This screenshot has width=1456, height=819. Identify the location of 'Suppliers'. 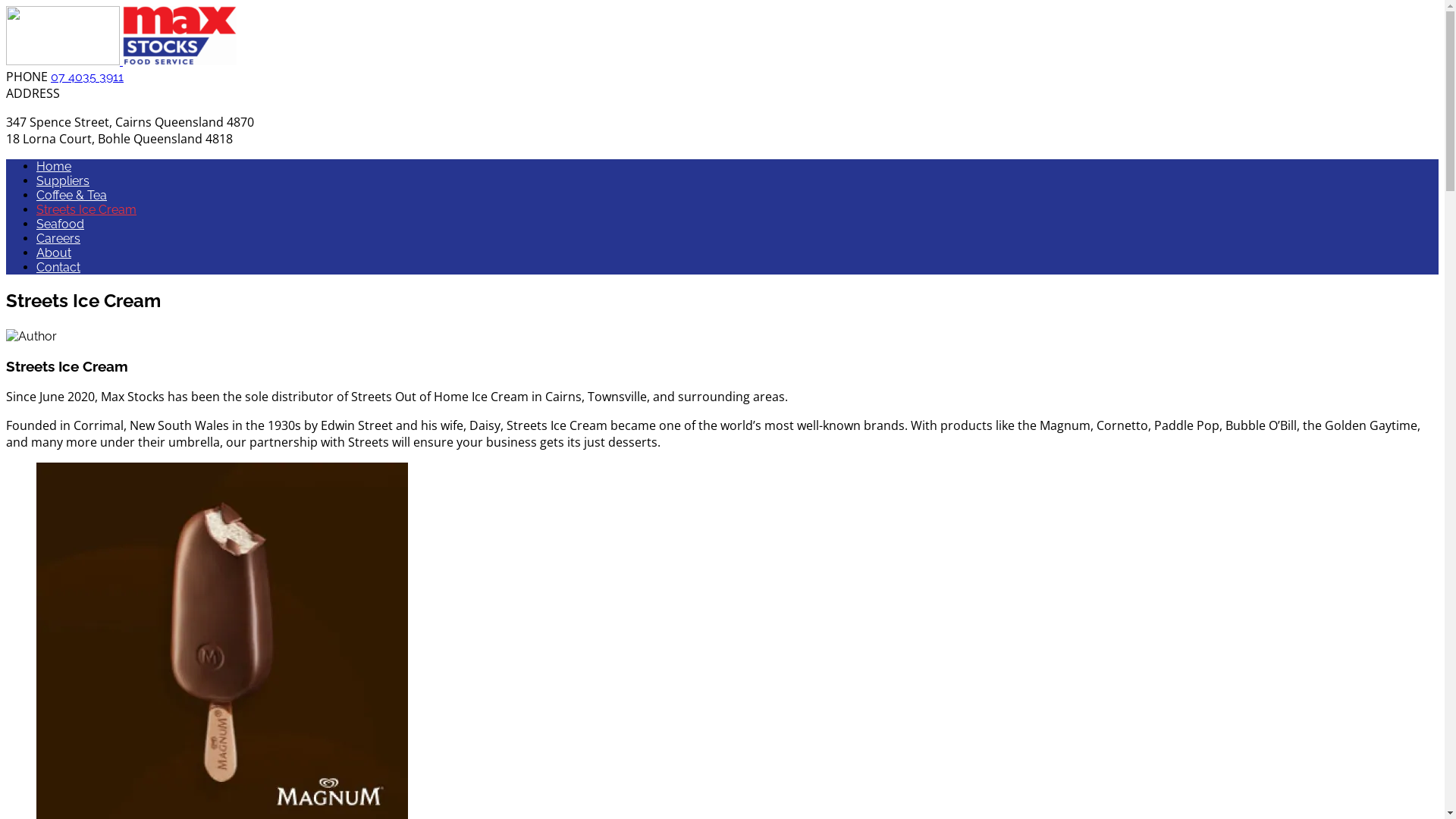
(61, 180).